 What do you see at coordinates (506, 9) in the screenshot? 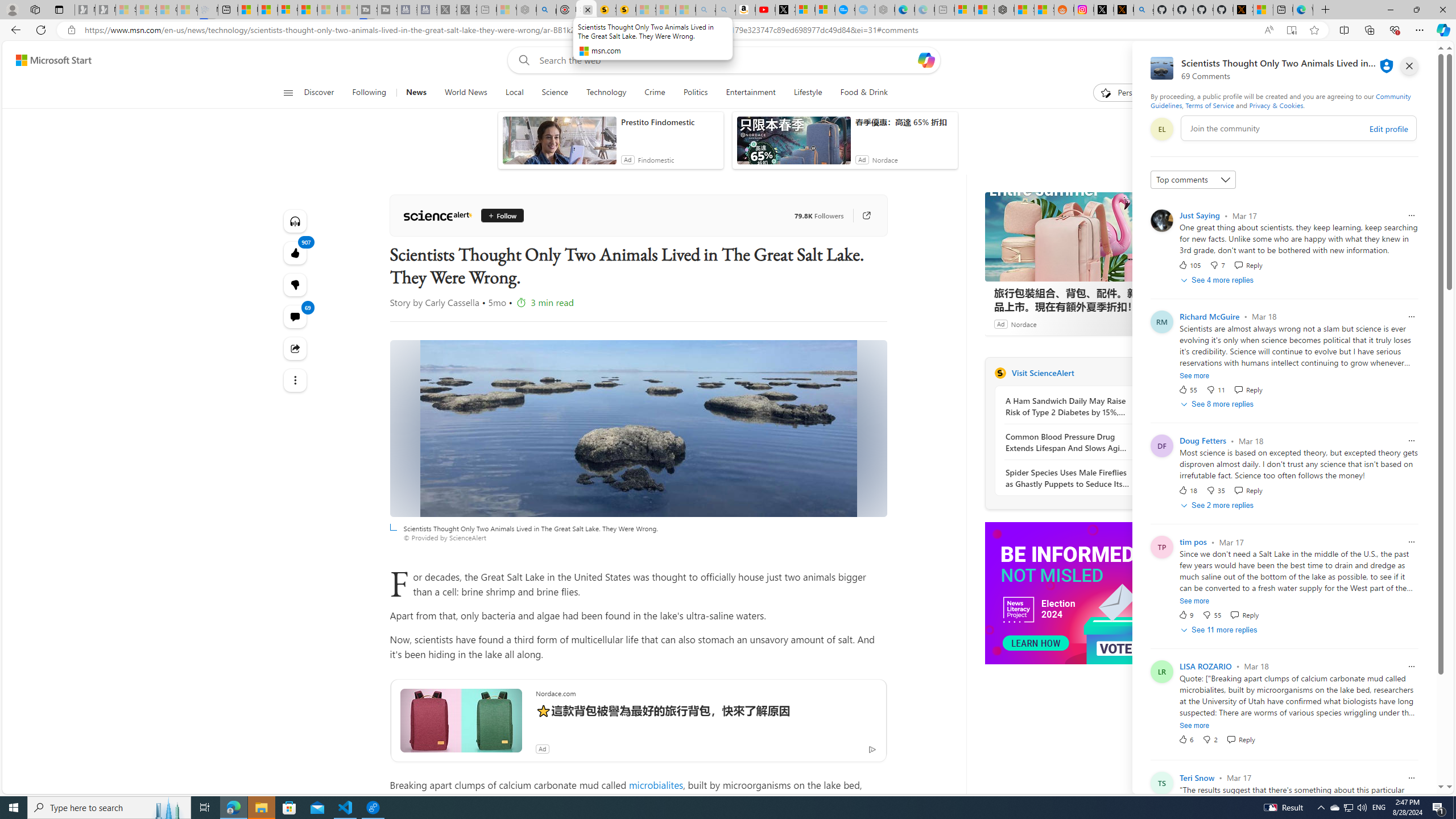
I see `'Wildlife - MSN - Sleeping'` at bounding box center [506, 9].